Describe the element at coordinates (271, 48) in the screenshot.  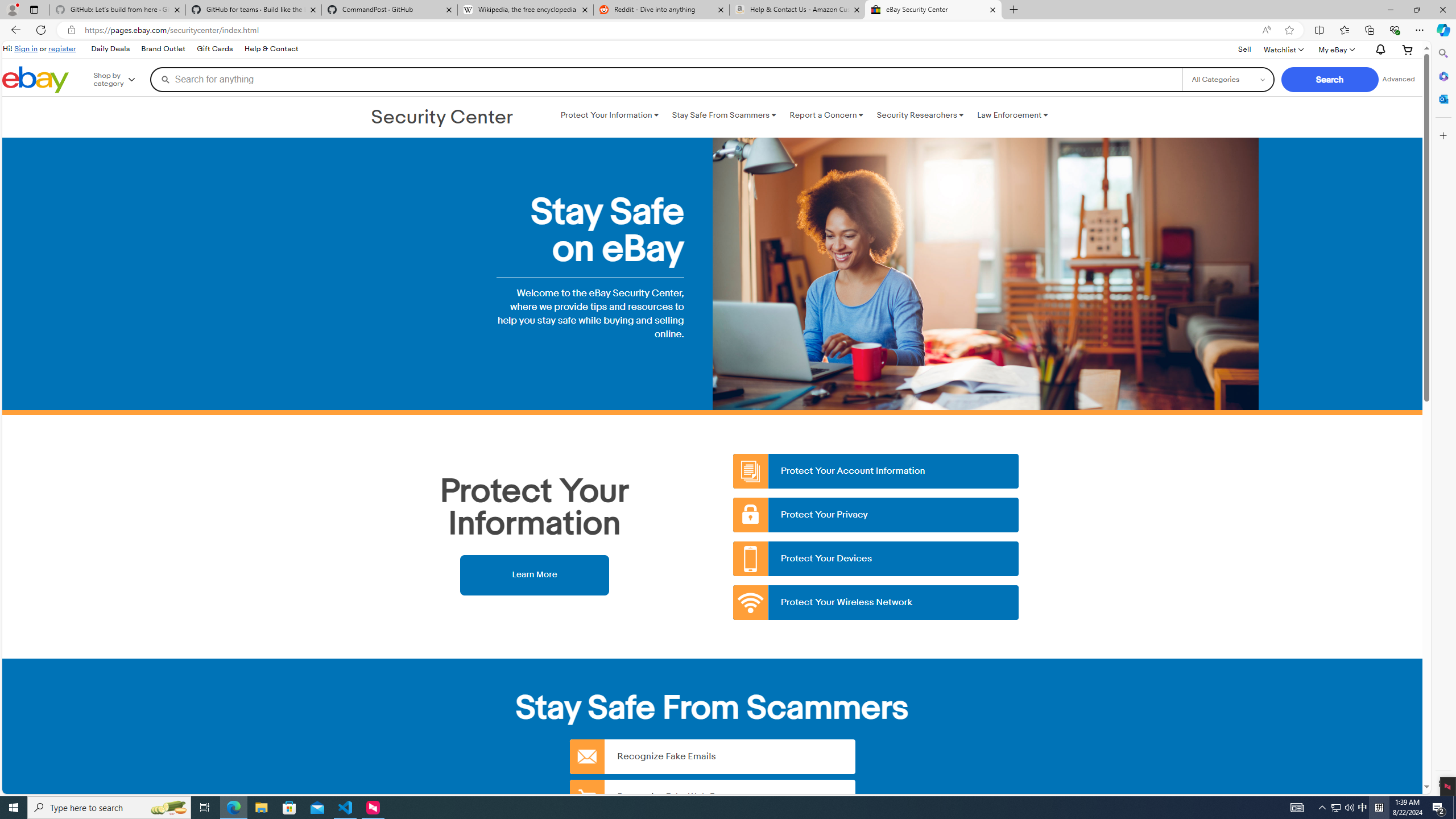
I see `'Help & Contact'` at that location.